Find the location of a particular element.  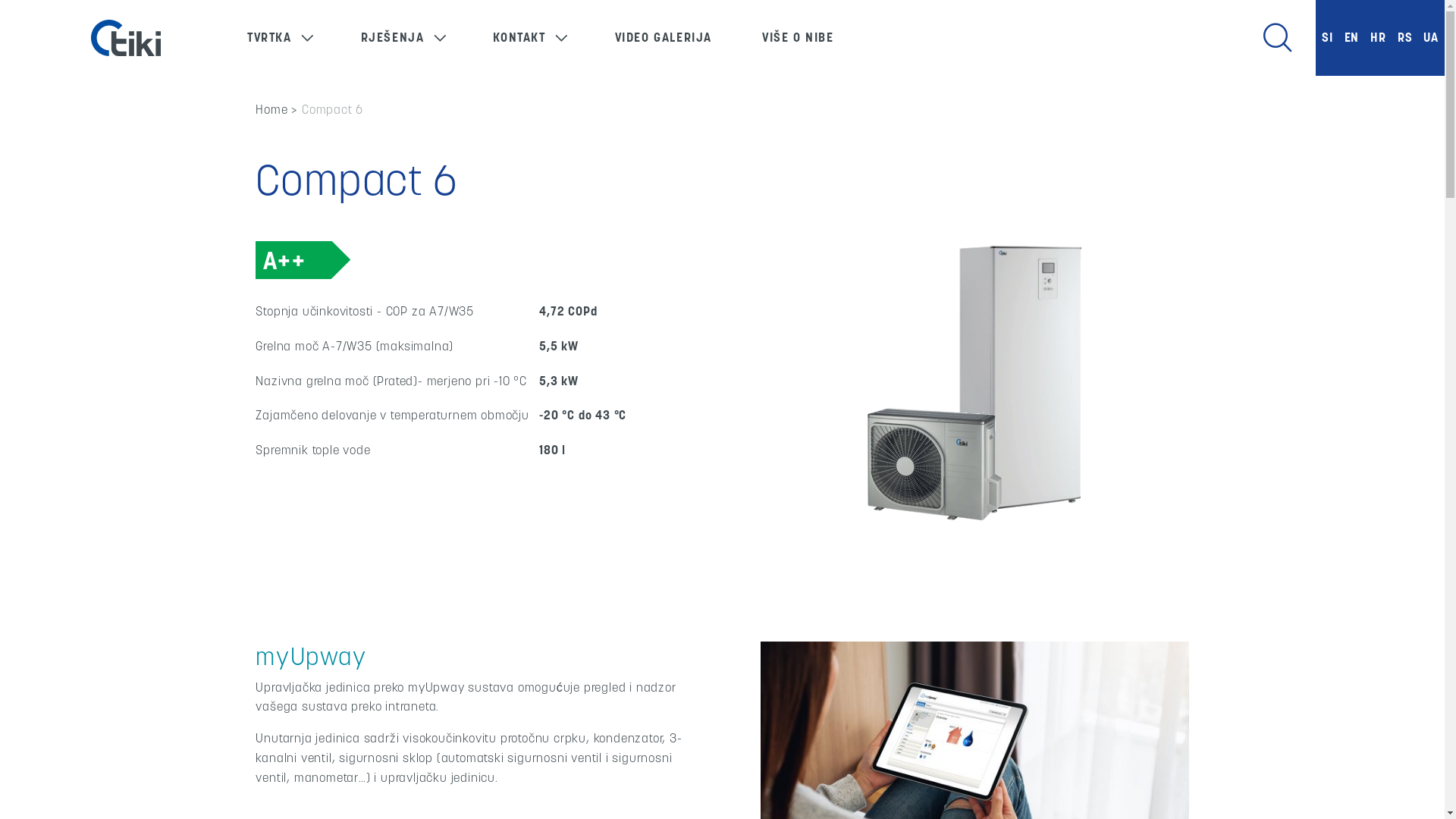

'VIDEO GALERIJA' is located at coordinates (608, 37).